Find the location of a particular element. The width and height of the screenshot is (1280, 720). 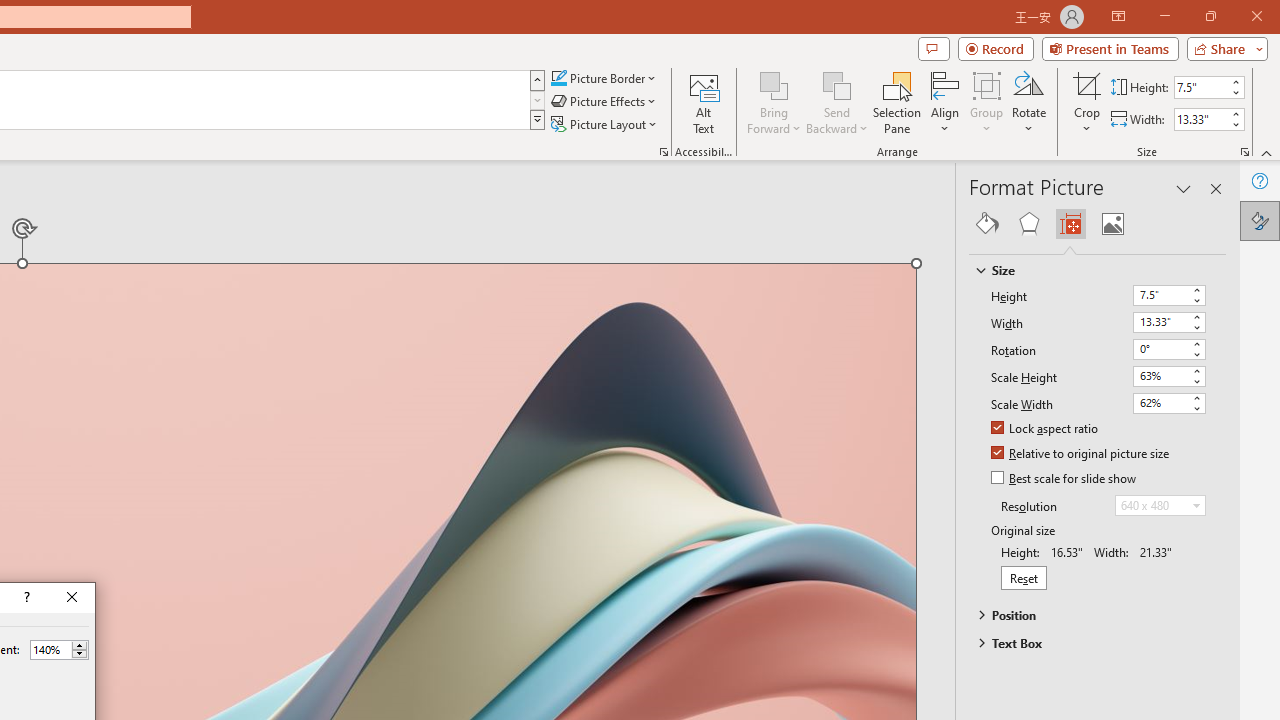

'Picture...' is located at coordinates (663, 150).